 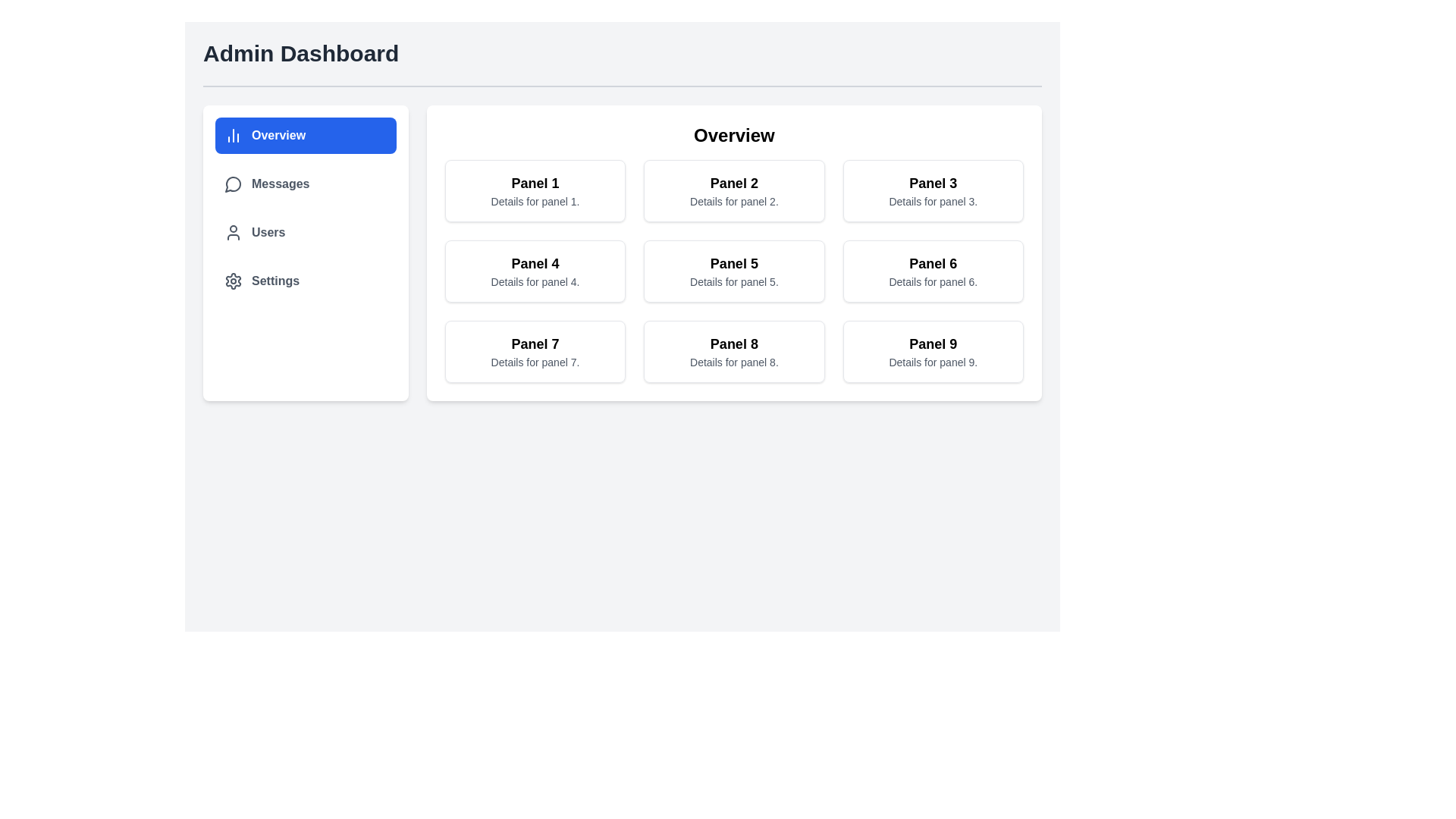 I want to click on the 'Panel 9' text label located at the top of the bottom right card in the 'Overview' section, so click(x=932, y=344).